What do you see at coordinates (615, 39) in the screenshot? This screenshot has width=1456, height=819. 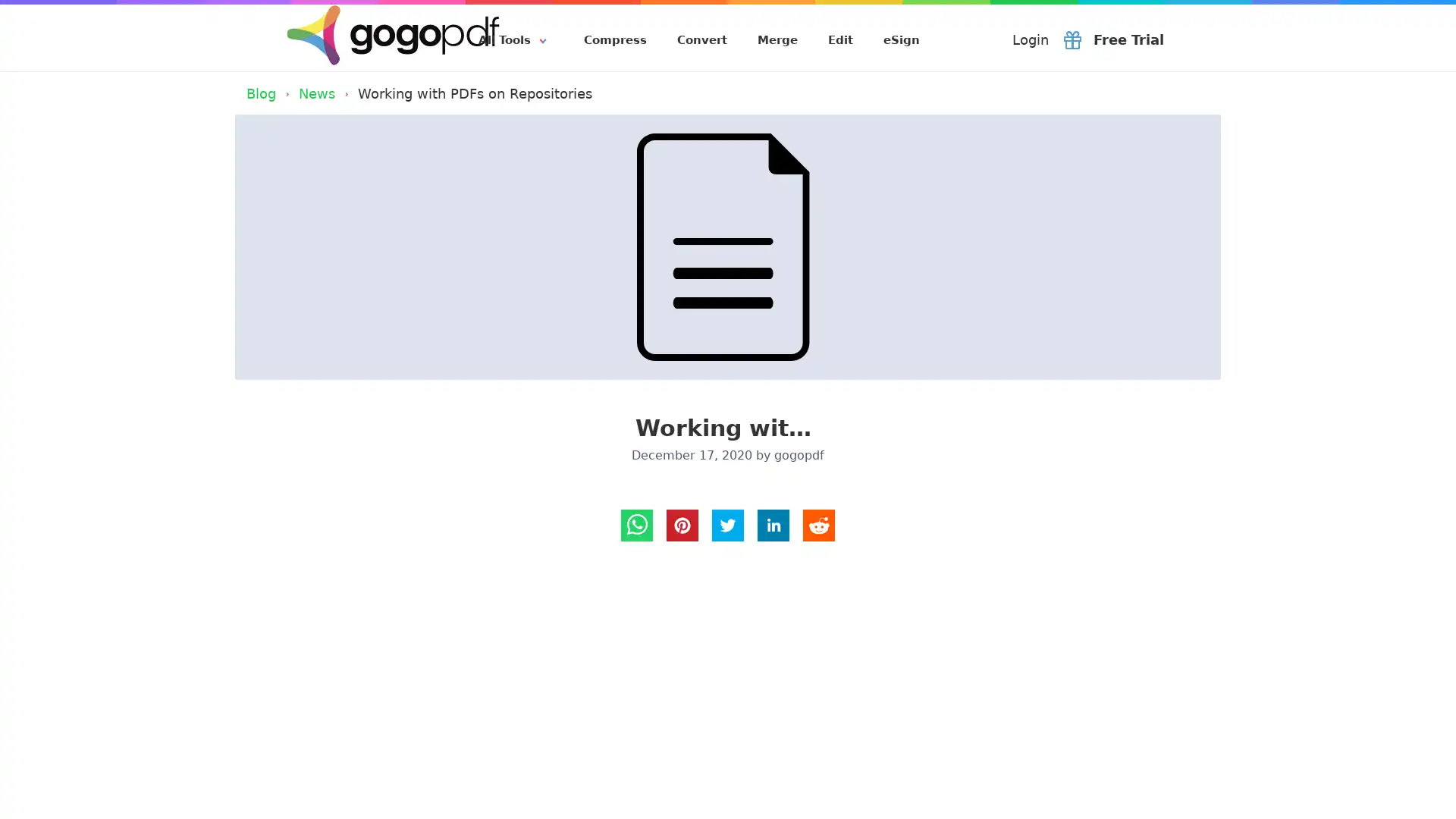 I see `Compress` at bounding box center [615, 39].